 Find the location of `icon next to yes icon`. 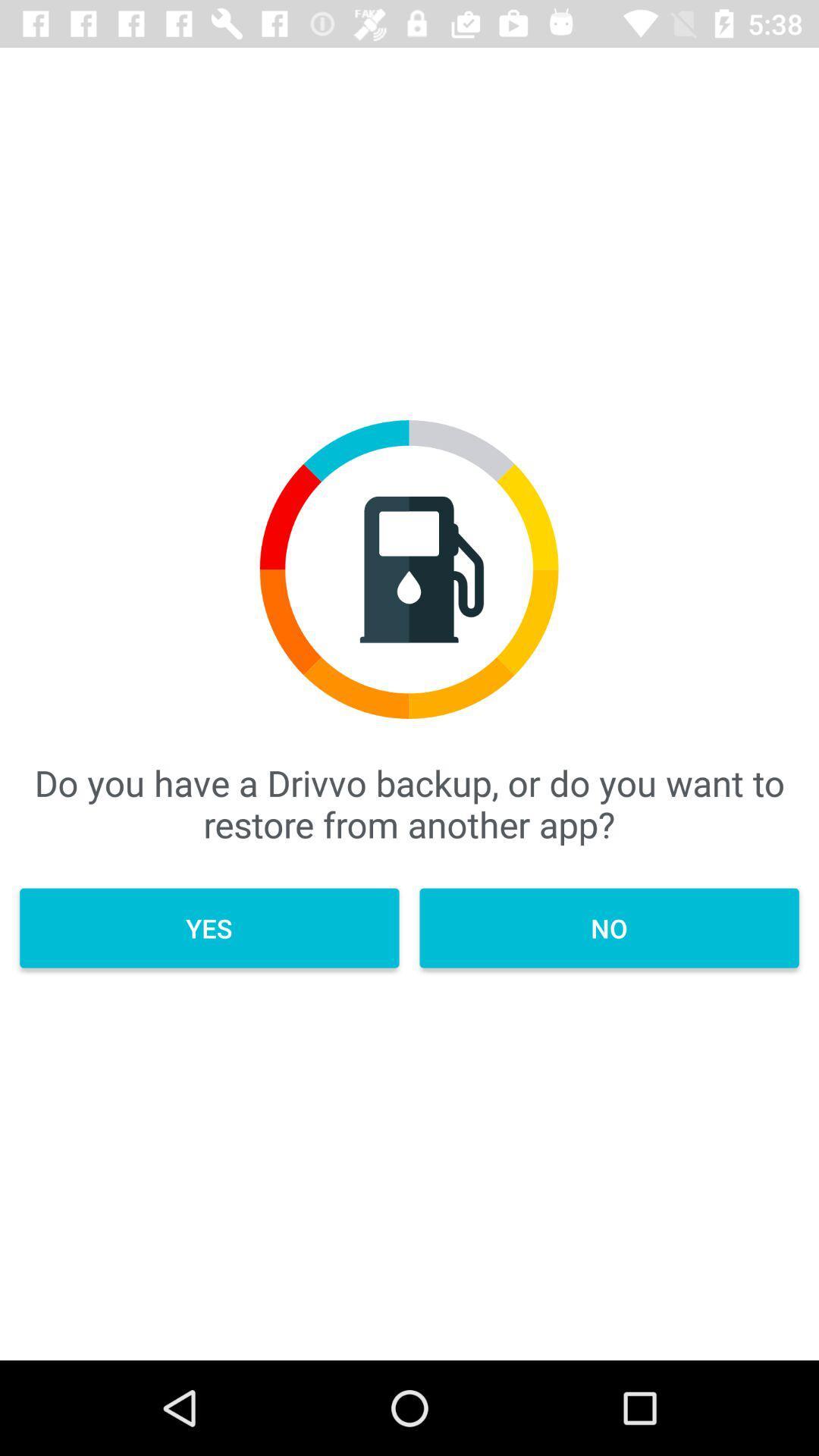

icon next to yes icon is located at coordinates (608, 927).